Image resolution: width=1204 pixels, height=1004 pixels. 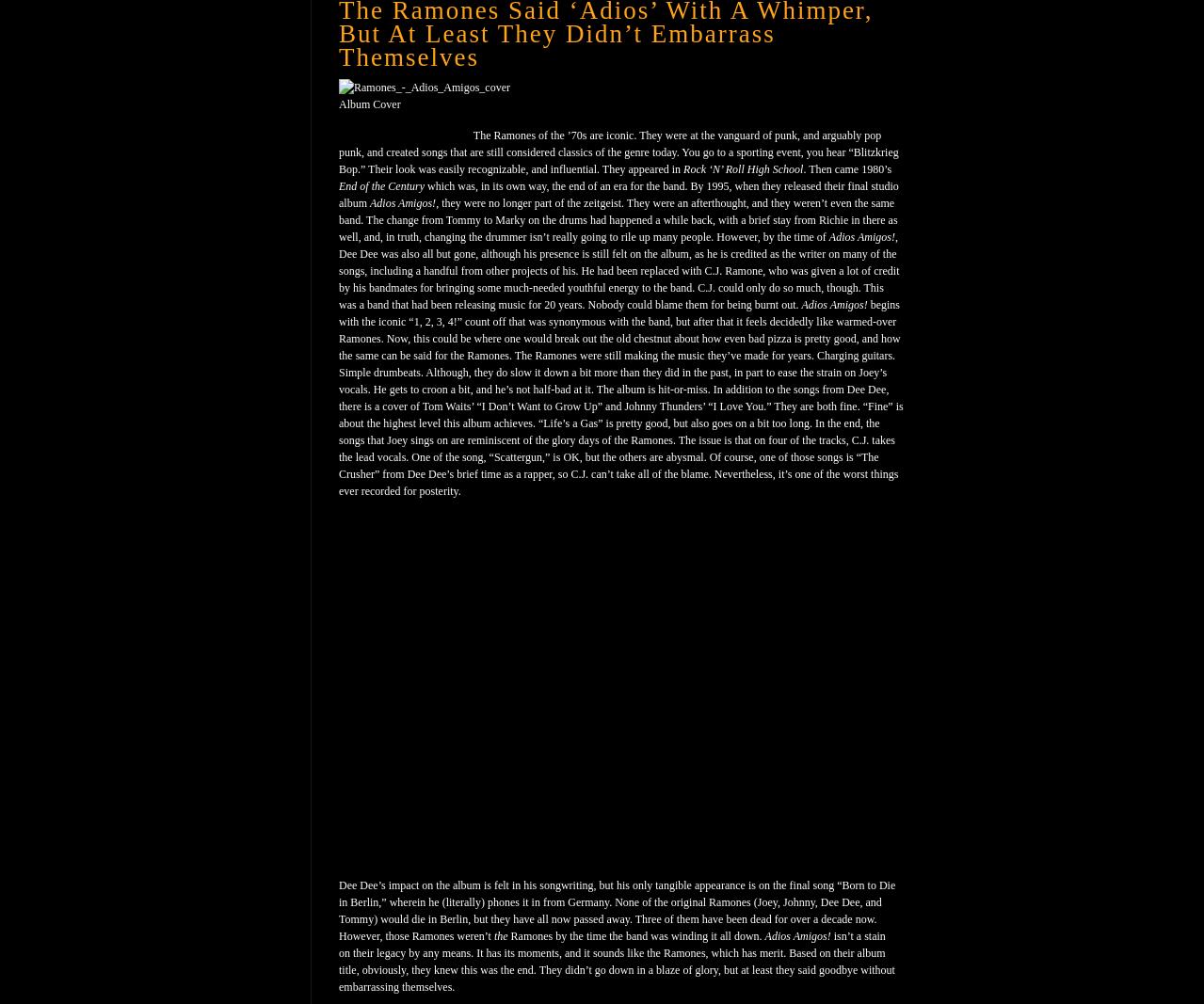 What do you see at coordinates (847, 169) in the screenshot?
I see `'. Then came 1980’s'` at bounding box center [847, 169].